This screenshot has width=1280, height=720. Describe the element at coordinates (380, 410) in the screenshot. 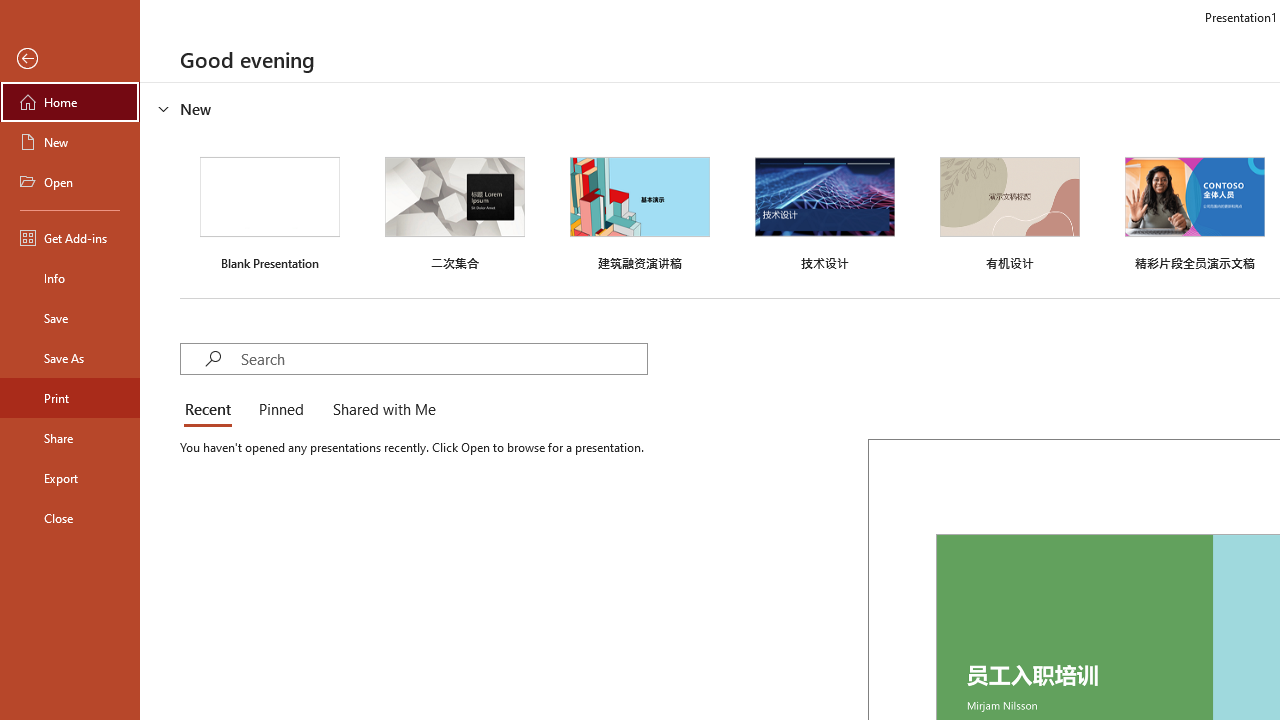

I see `'Shared with Me'` at that location.